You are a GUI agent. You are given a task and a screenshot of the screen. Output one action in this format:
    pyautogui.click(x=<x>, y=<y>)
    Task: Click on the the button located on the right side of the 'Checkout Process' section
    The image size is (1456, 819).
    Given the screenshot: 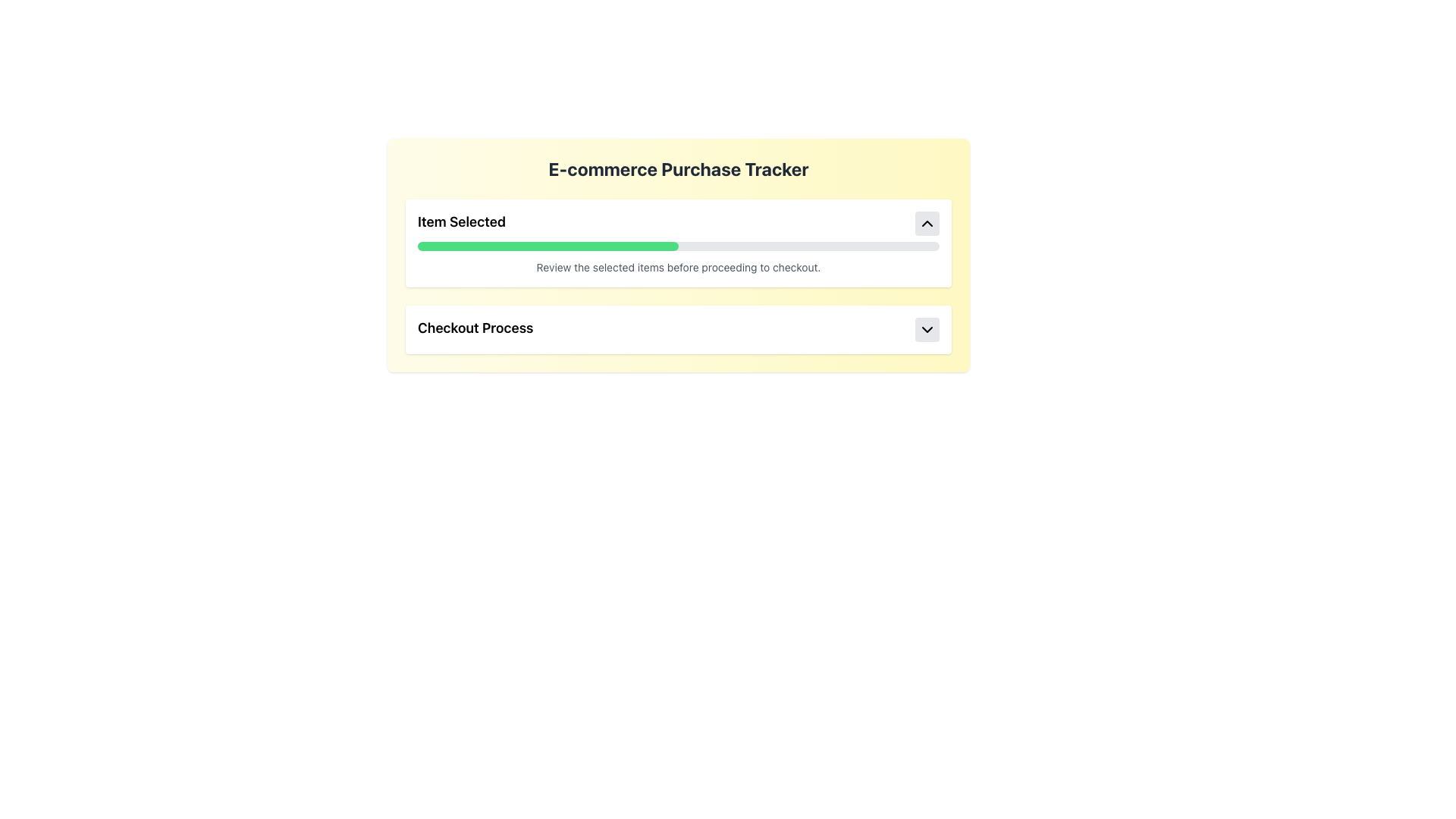 What is the action you would take?
    pyautogui.click(x=927, y=329)
    